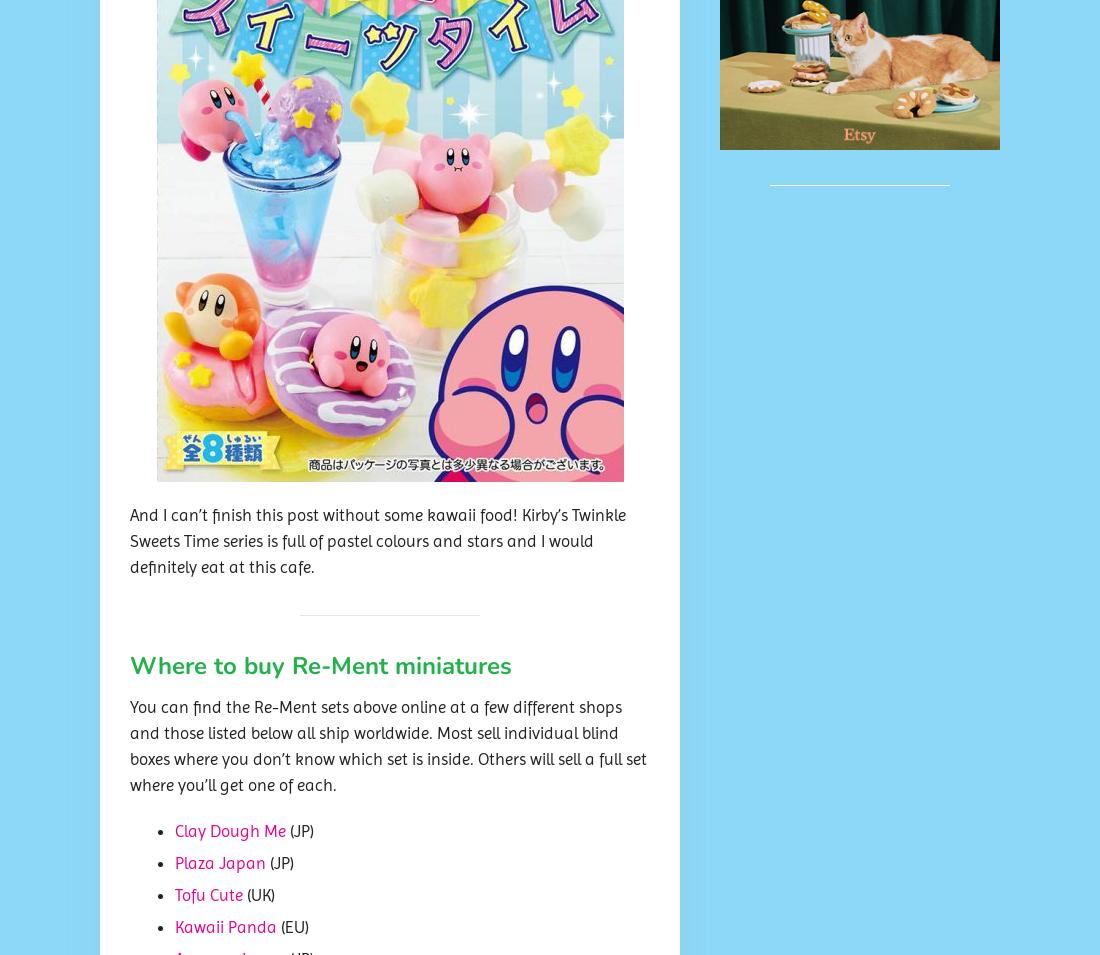 This screenshot has height=955, width=1100. Describe the element at coordinates (226, 927) in the screenshot. I see `'Kawaii Panda'` at that location.